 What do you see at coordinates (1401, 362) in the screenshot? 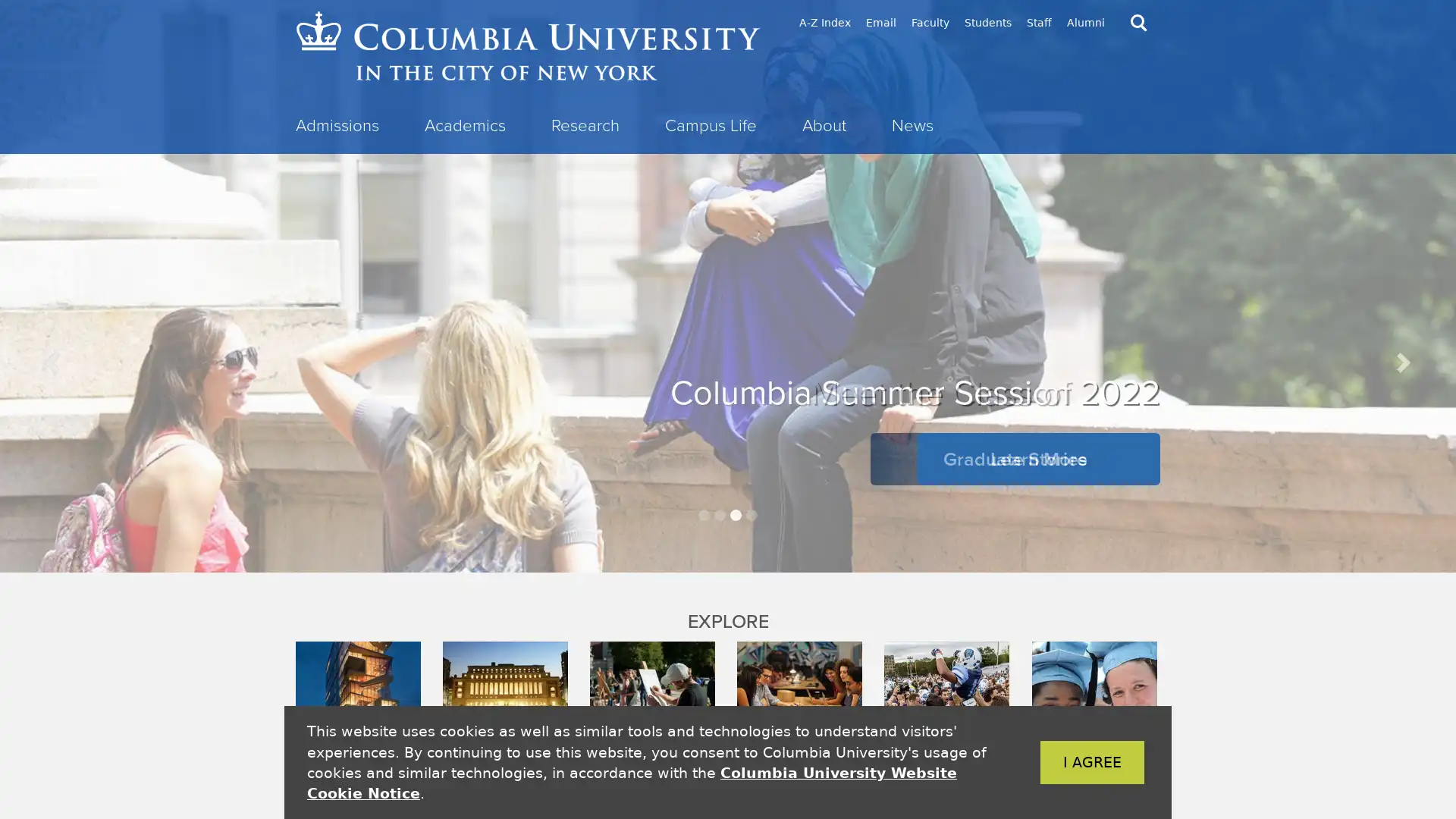
I see `Next` at bounding box center [1401, 362].